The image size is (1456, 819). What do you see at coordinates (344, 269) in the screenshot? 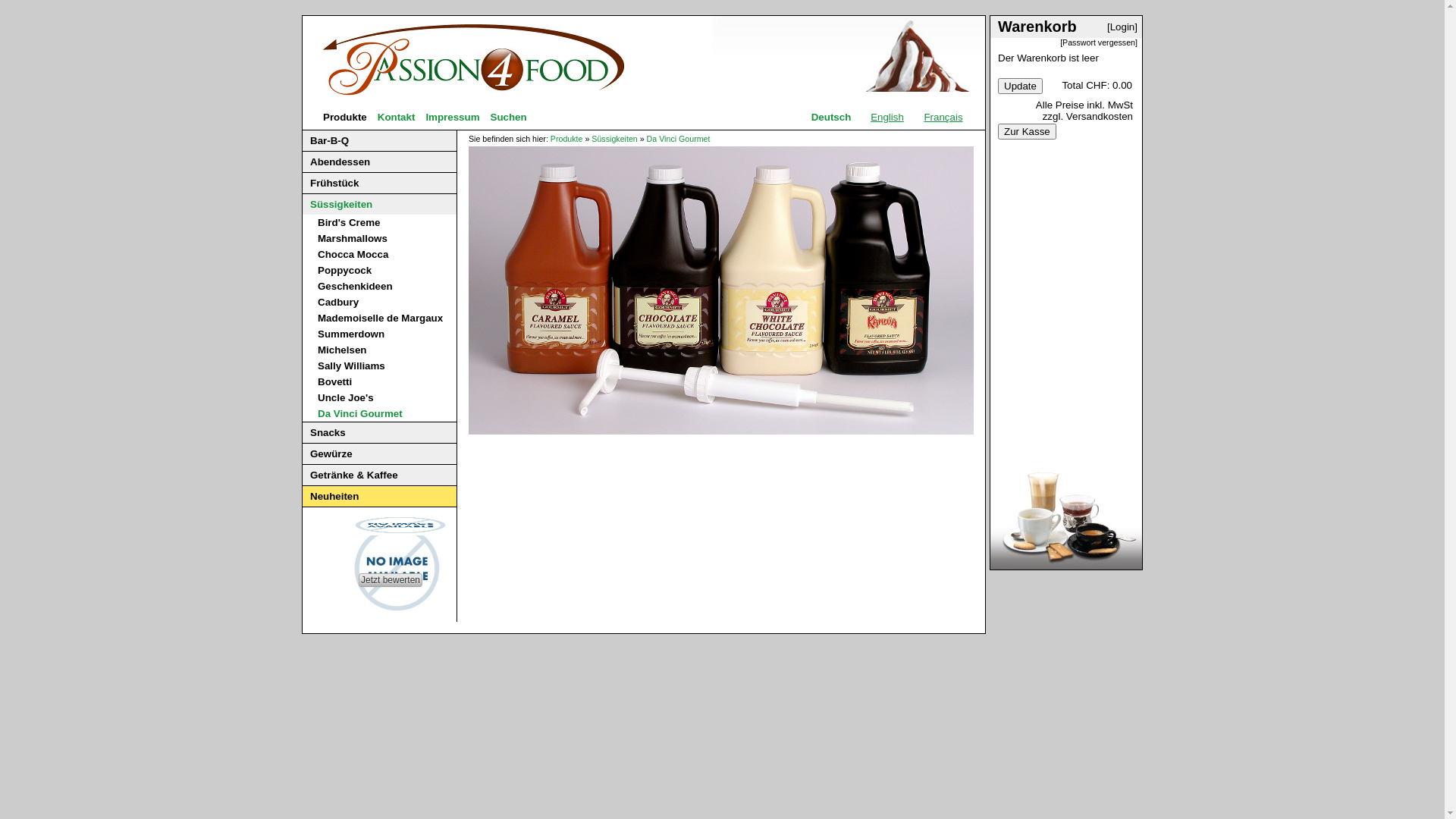
I see `'Poppycock'` at bounding box center [344, 269].